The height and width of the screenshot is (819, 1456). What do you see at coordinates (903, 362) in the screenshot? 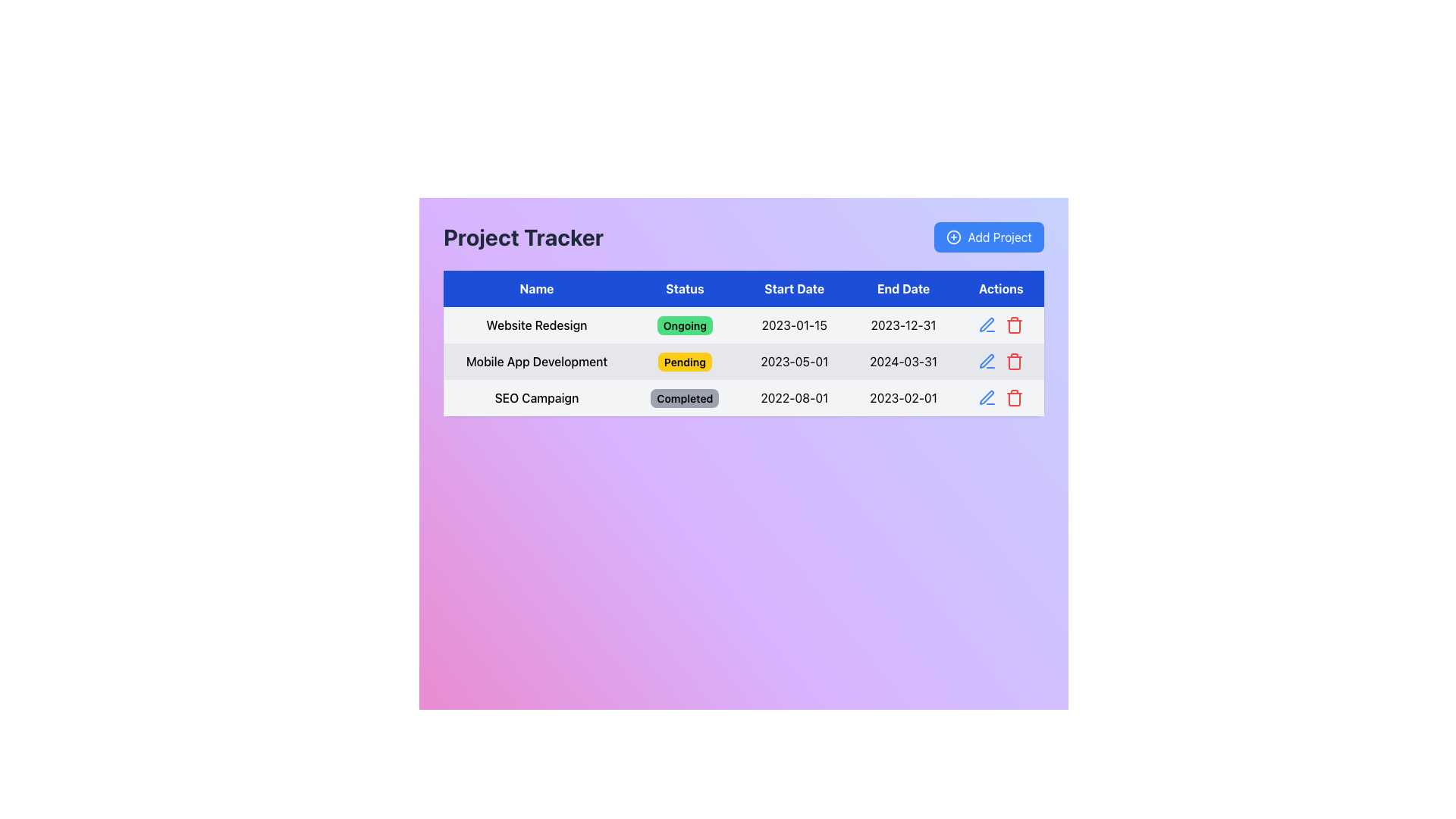
I see `the end date text '2024-03-31' displayed in black in the fifth column of the second row of the table` at bounding box center [903, 362].